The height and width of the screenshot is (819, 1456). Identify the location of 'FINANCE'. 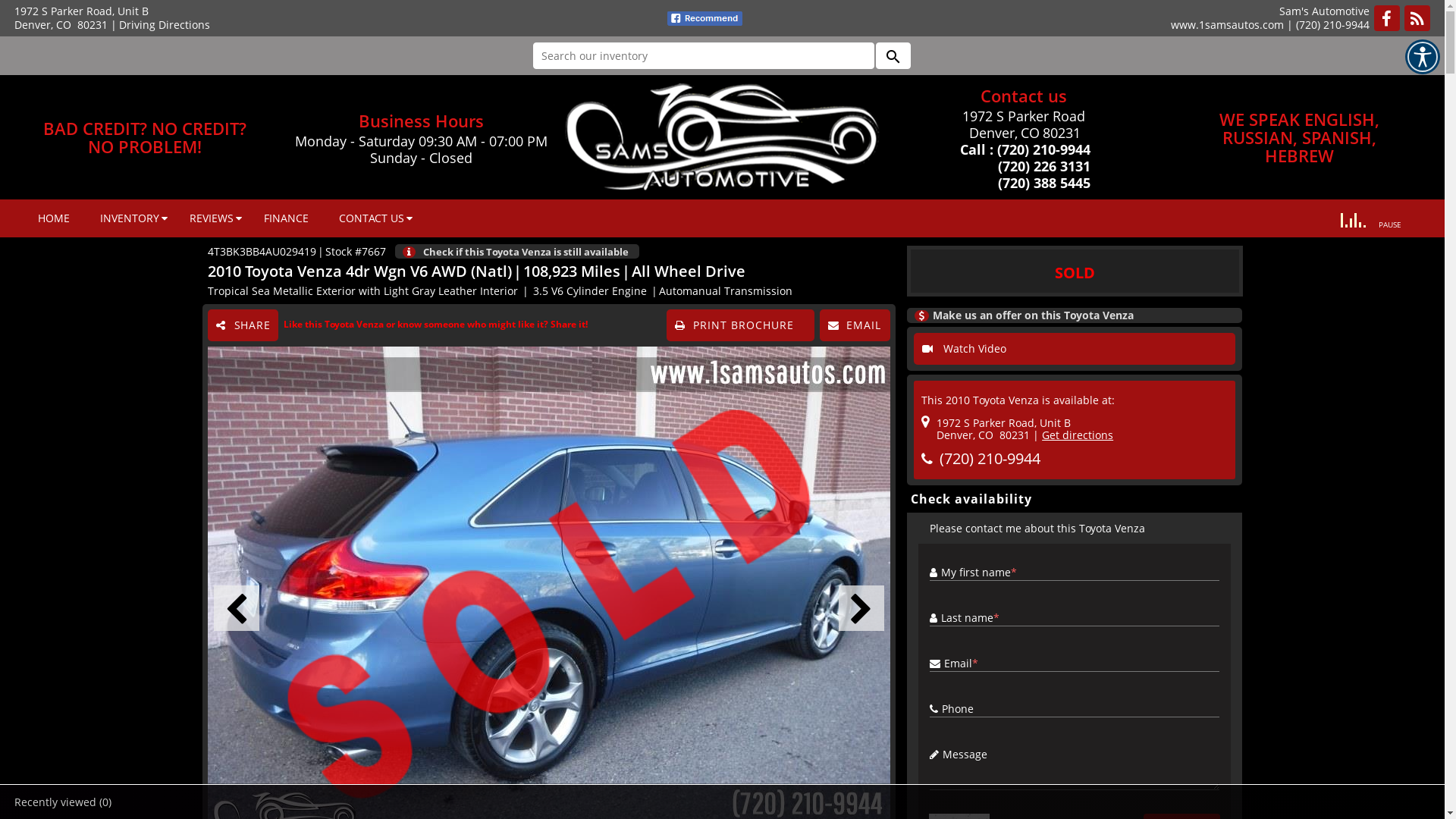
(286, 218).